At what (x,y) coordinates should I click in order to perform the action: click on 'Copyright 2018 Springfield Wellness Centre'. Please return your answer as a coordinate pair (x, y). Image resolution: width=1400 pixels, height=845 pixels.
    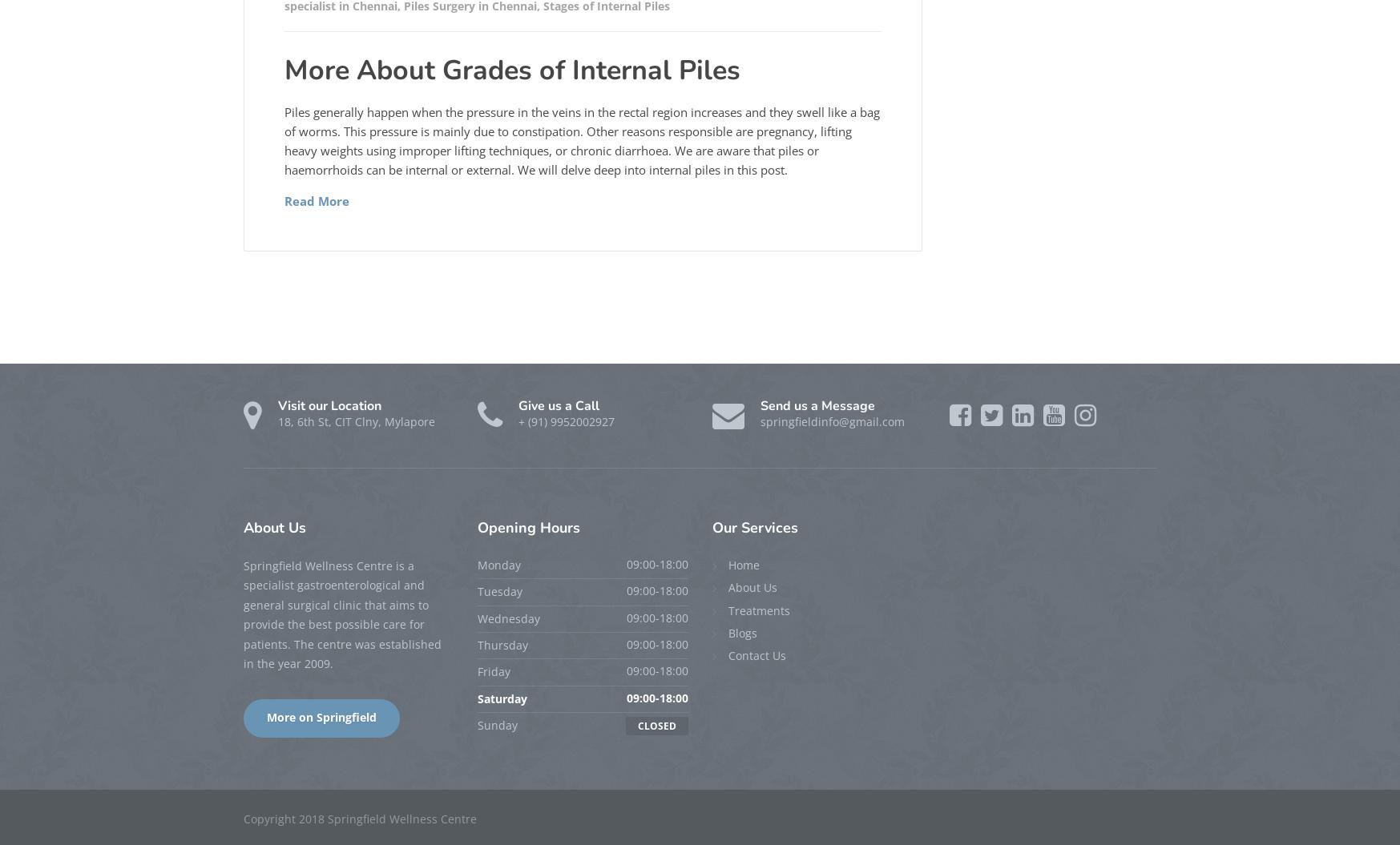
    Looking at the image, I should click on (242, 818).